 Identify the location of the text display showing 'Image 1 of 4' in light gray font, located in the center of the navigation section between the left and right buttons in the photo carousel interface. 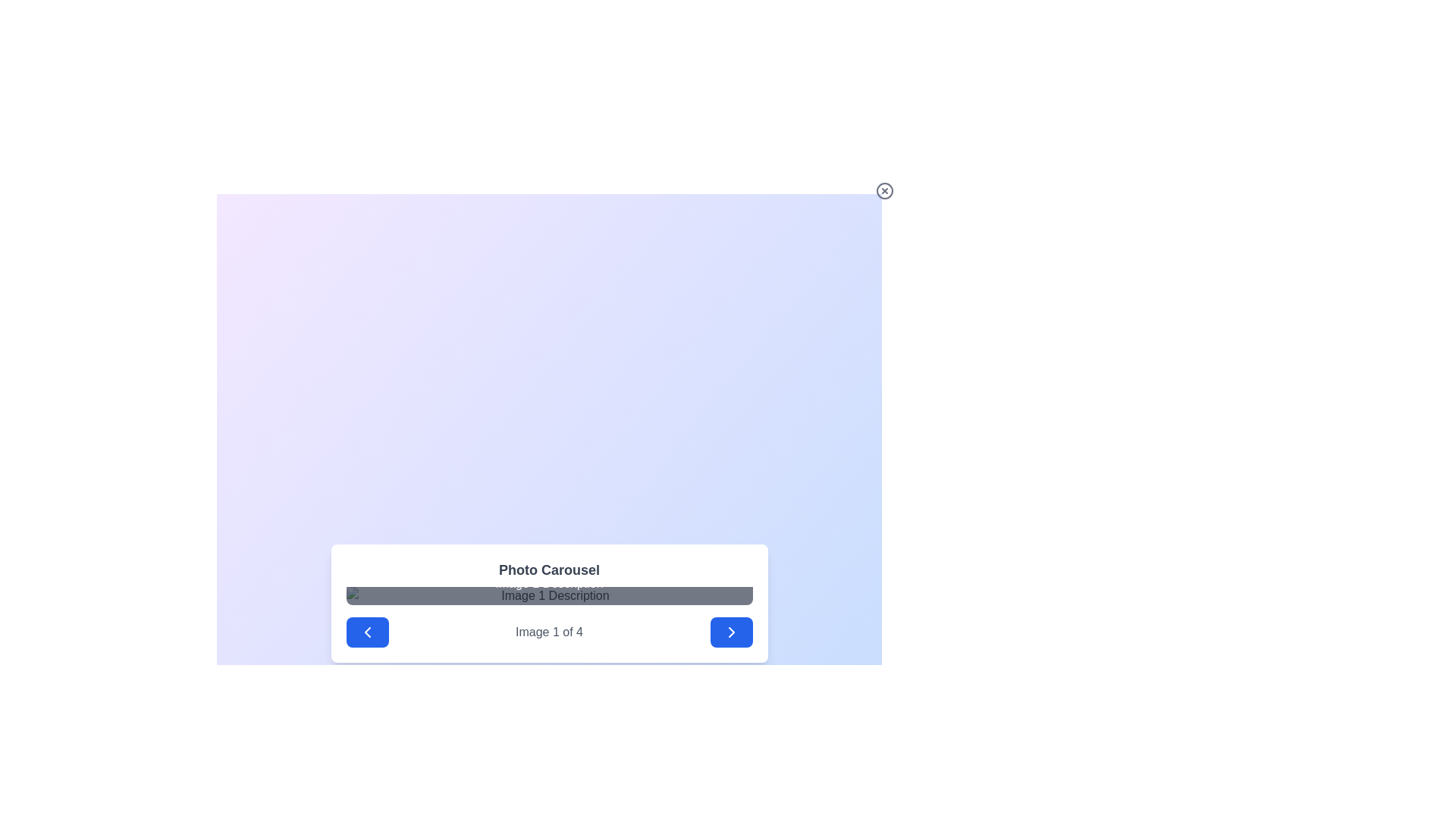
(548, 632).